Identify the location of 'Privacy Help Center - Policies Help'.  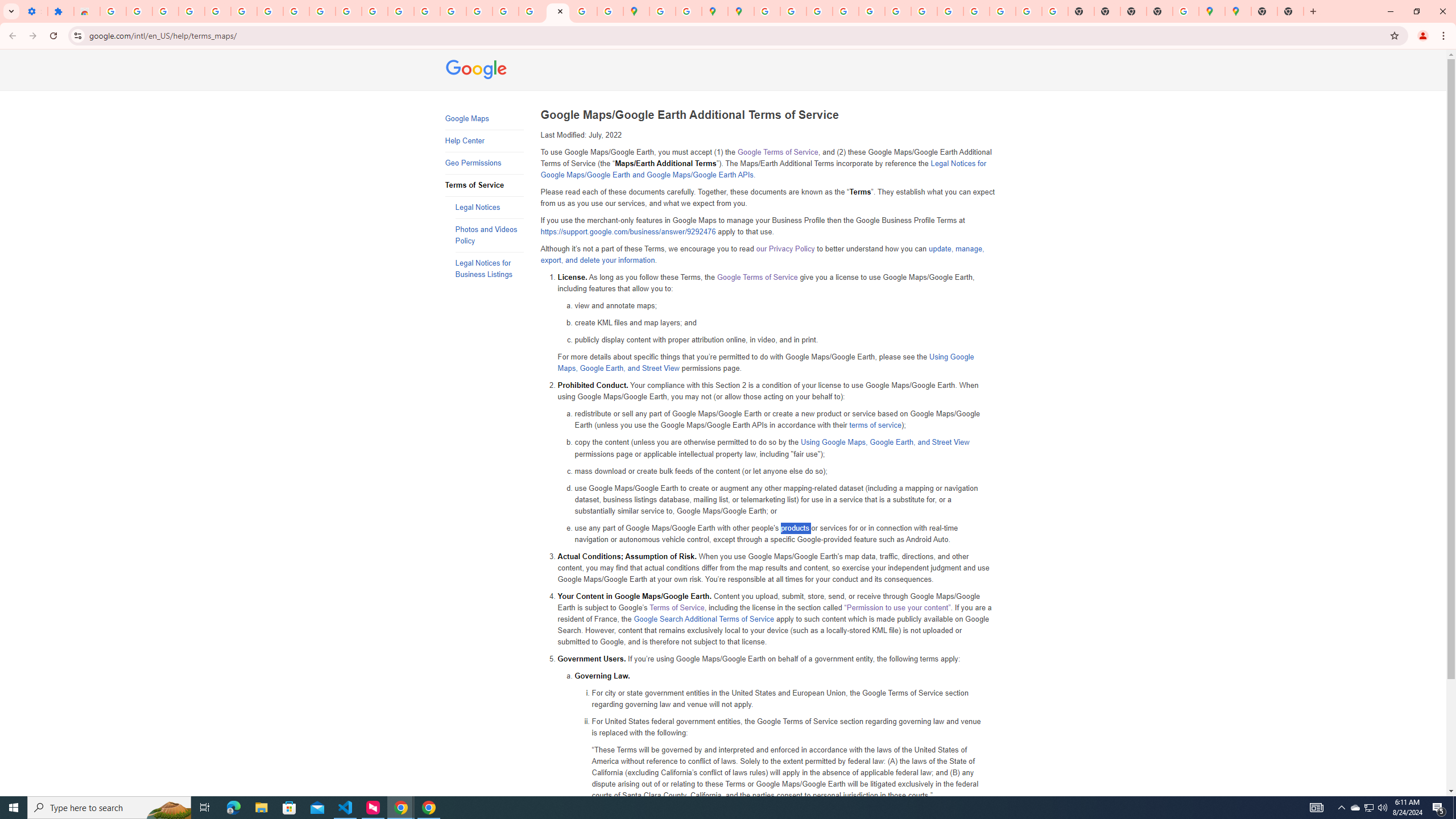
(818, 11).